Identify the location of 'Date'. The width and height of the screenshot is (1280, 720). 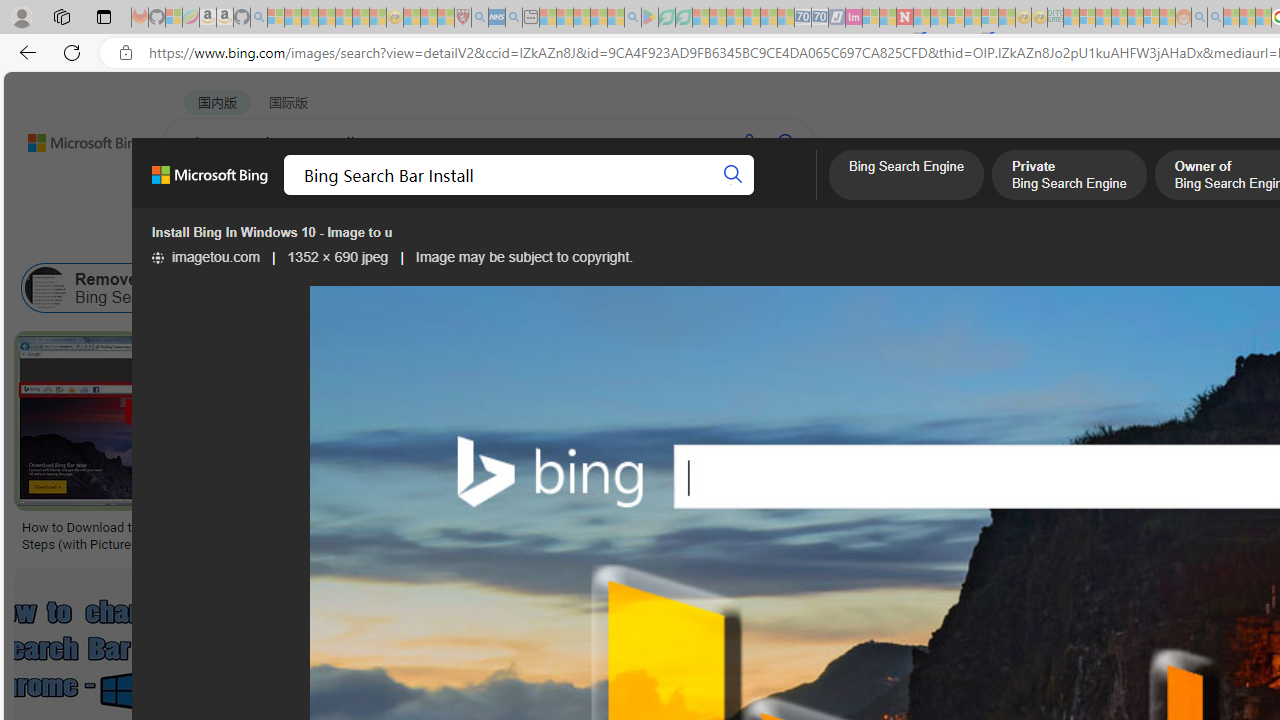
(591, 236).